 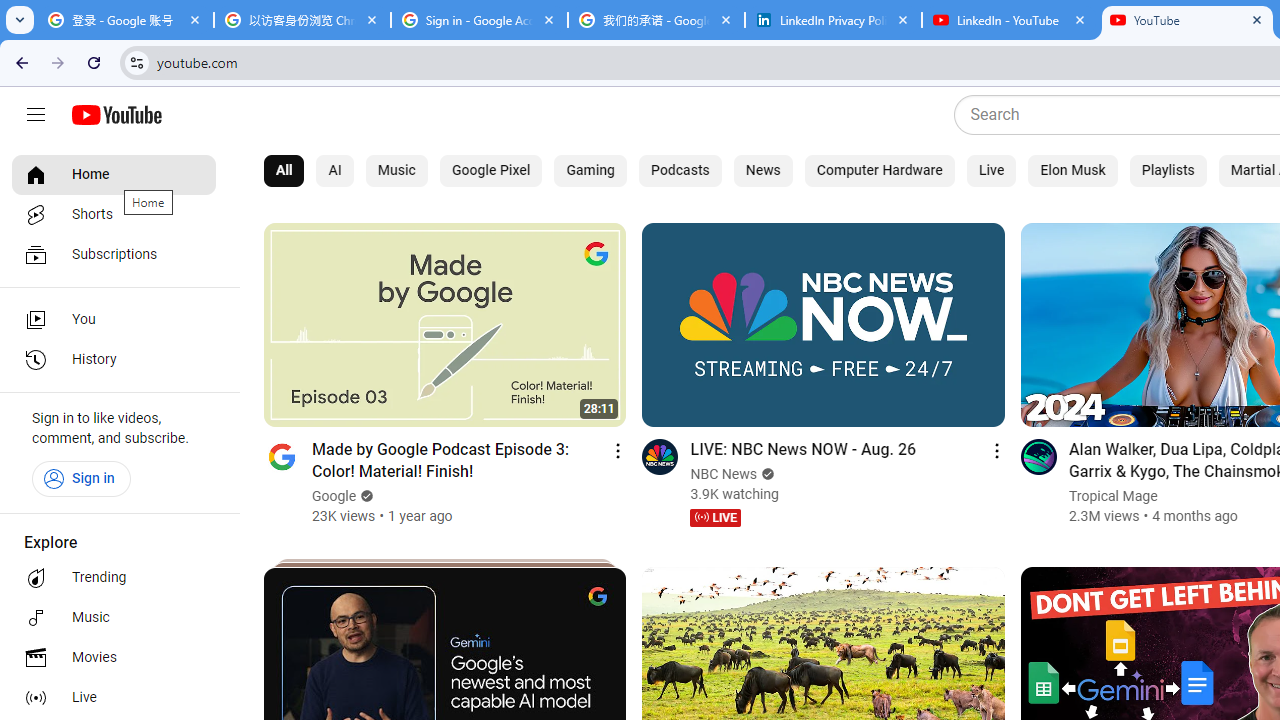 What do you see at coordinates (112, 578) in the screenshot?
I see `'Trending'` at bounding box center [112, 578].